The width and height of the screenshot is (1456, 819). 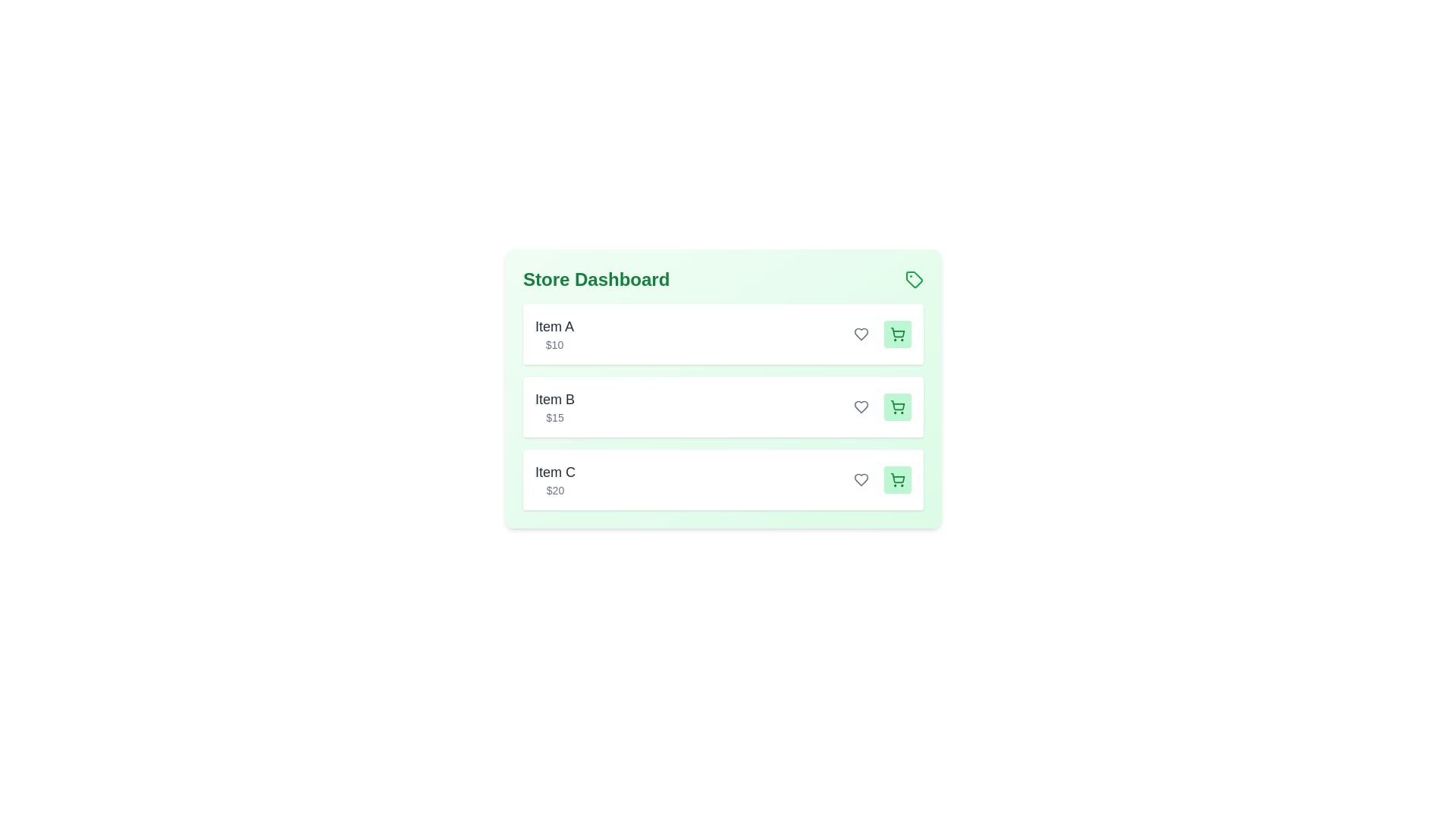 What do you see at coordinates (861, 406) in the screenshot?
I see `the heart-shaped icon located to the right of 'Item B' in the second row` at bounding box center [861, 406].